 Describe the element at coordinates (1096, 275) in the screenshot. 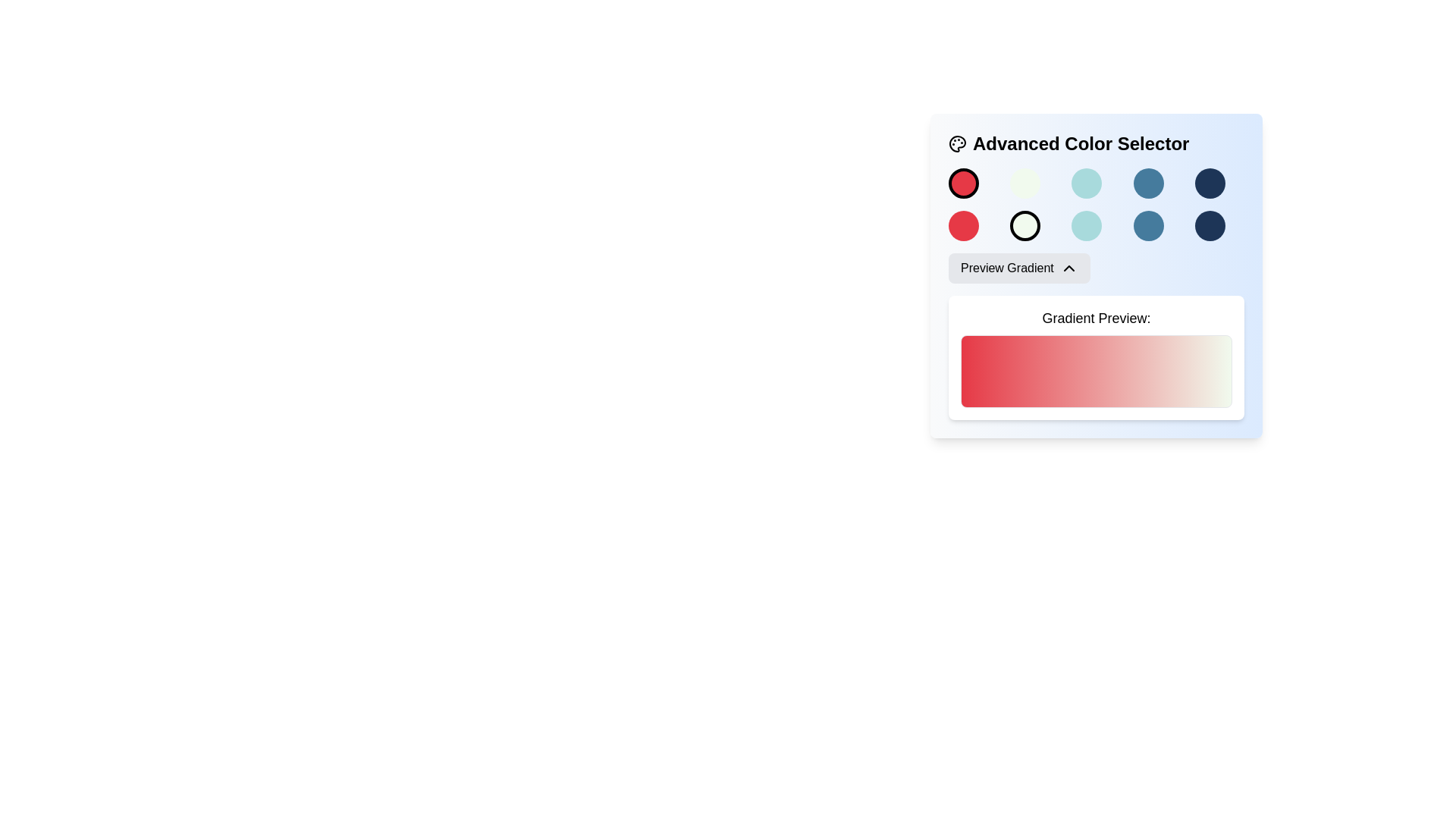

I see `the 'Preview Gradient' button in the Interactive color selection component` at that location.